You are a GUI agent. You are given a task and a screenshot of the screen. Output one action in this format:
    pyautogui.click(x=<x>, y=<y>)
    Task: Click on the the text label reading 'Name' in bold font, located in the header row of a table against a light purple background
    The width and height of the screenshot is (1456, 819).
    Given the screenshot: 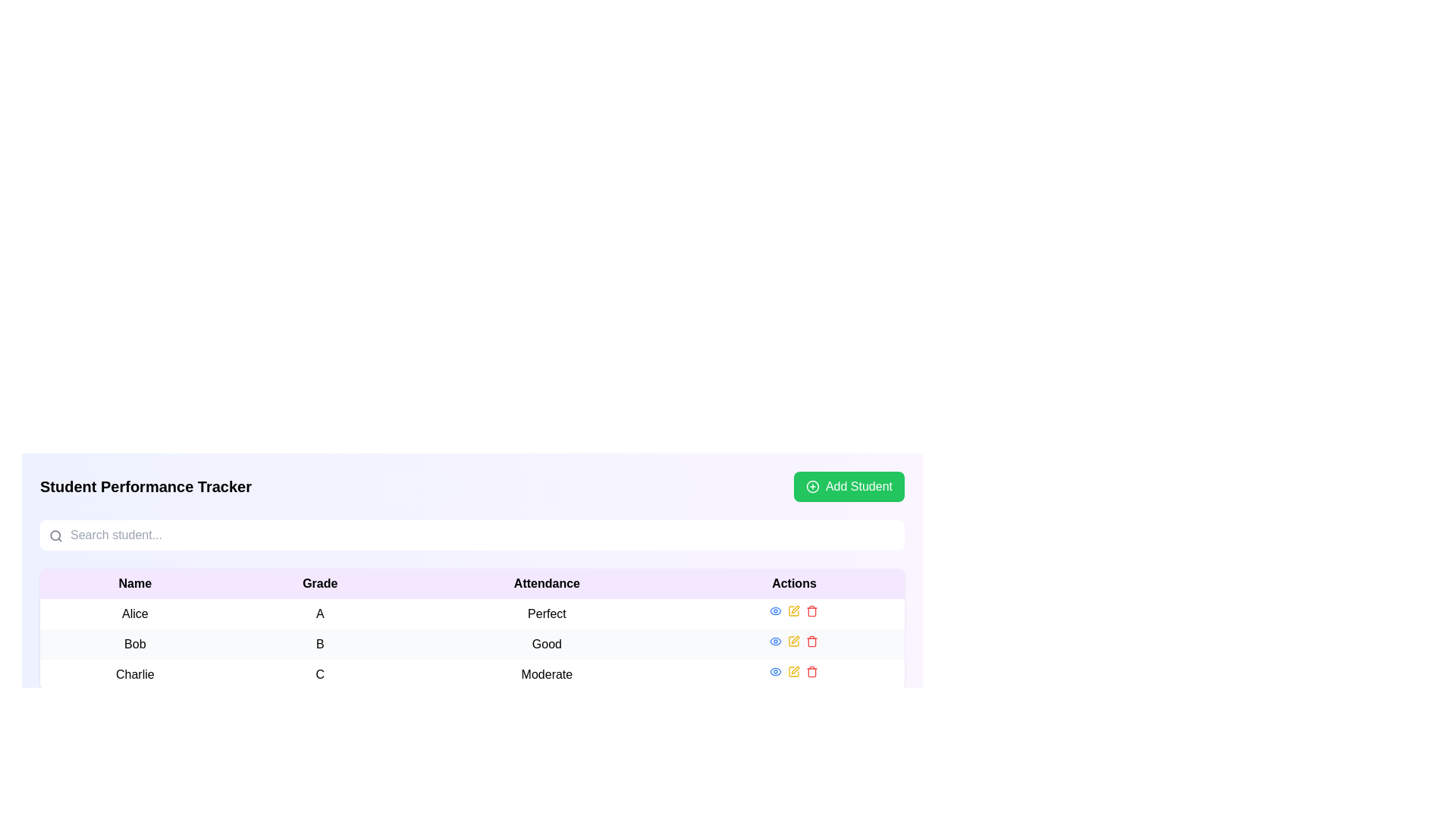 What is the action you would take?
    pyautogui.click(x=135, y=583)
    